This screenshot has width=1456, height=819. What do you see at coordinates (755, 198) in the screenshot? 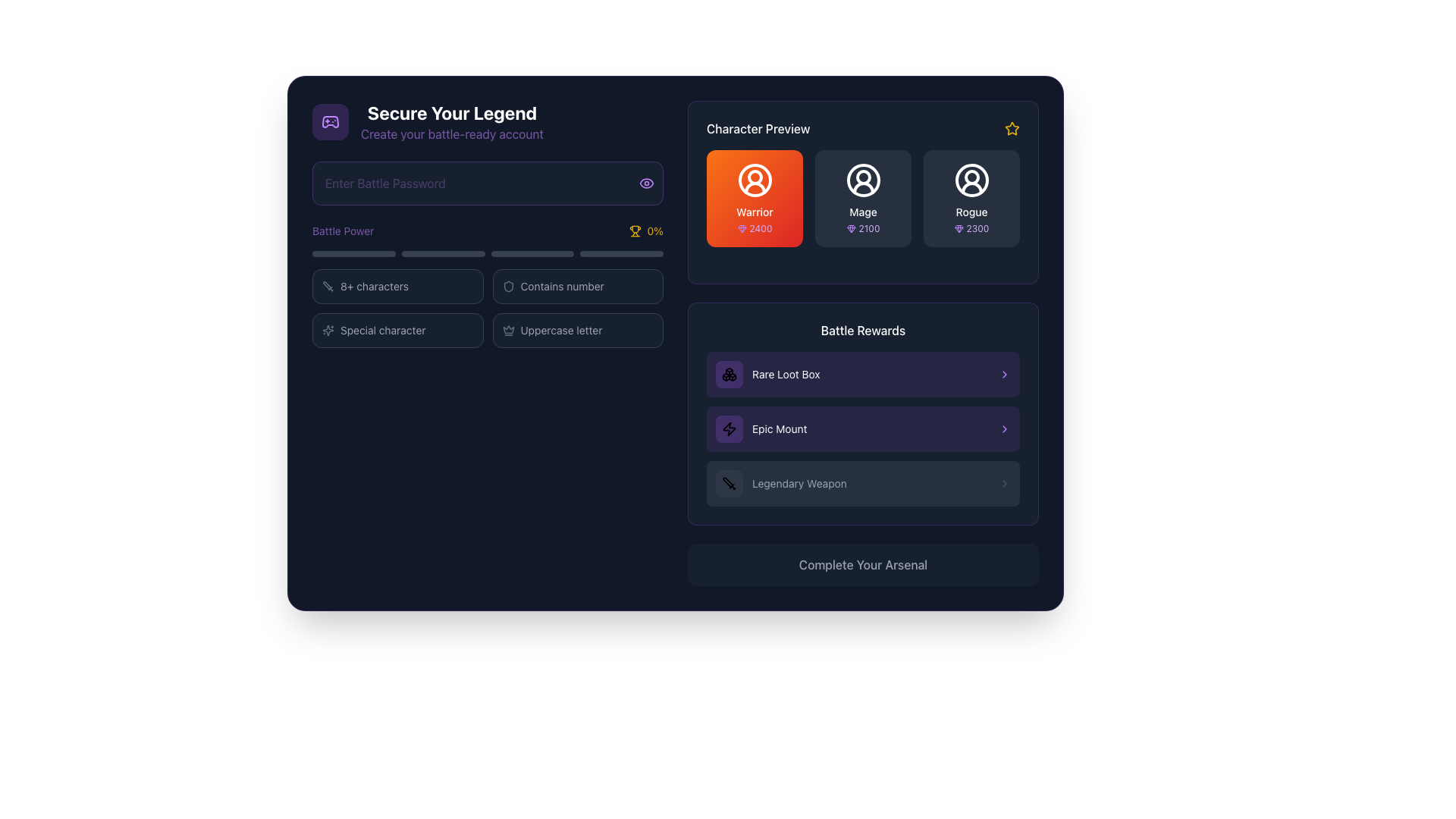
I see `the 'Warrior' character option card` at bounding box center [755, 198].